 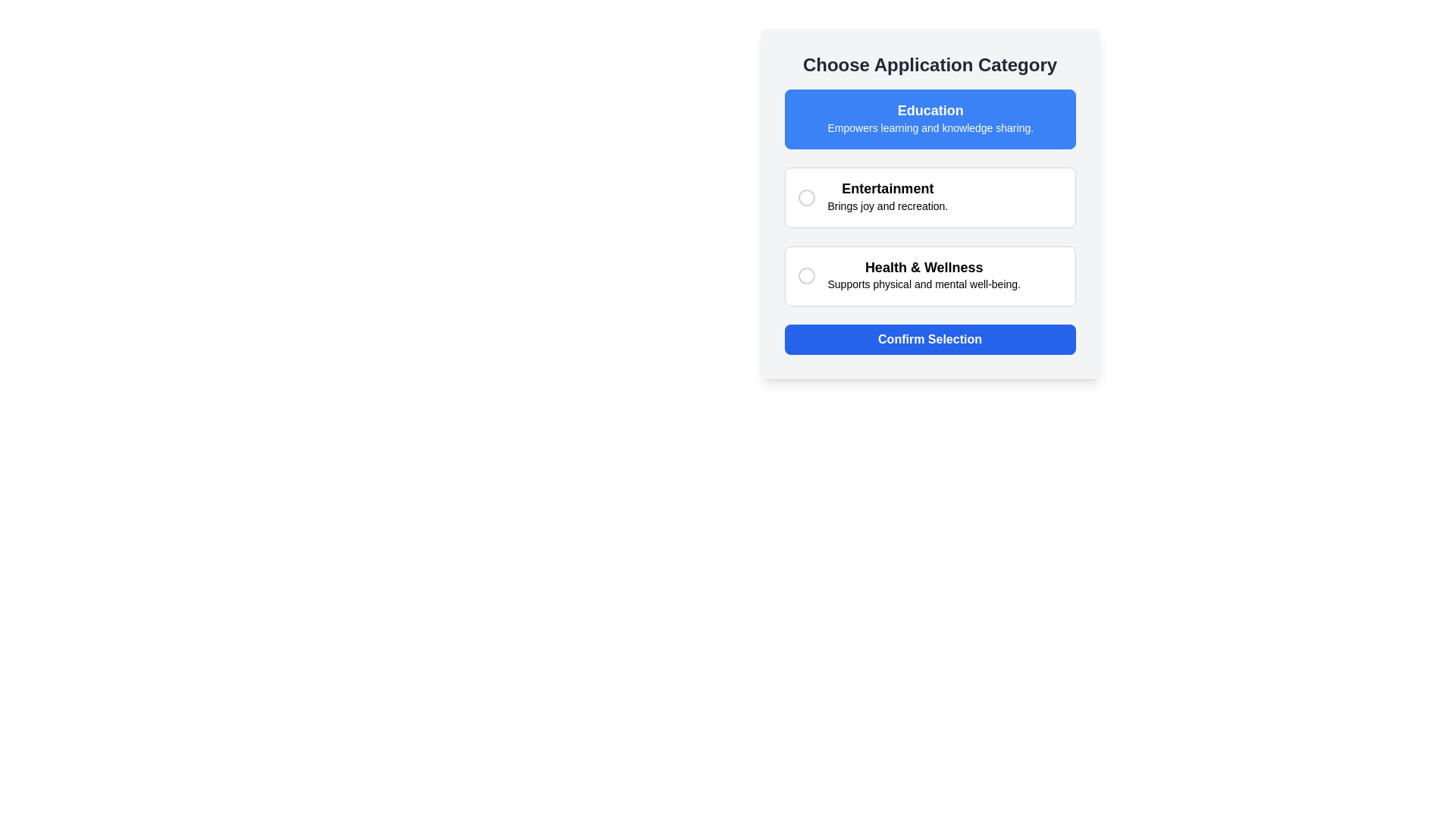 I want to click on the confirmation button located at the bottom of the selection interface, beneath the 'Health & Wellness' option, to confirm the selection, so click(x=929, y=338).